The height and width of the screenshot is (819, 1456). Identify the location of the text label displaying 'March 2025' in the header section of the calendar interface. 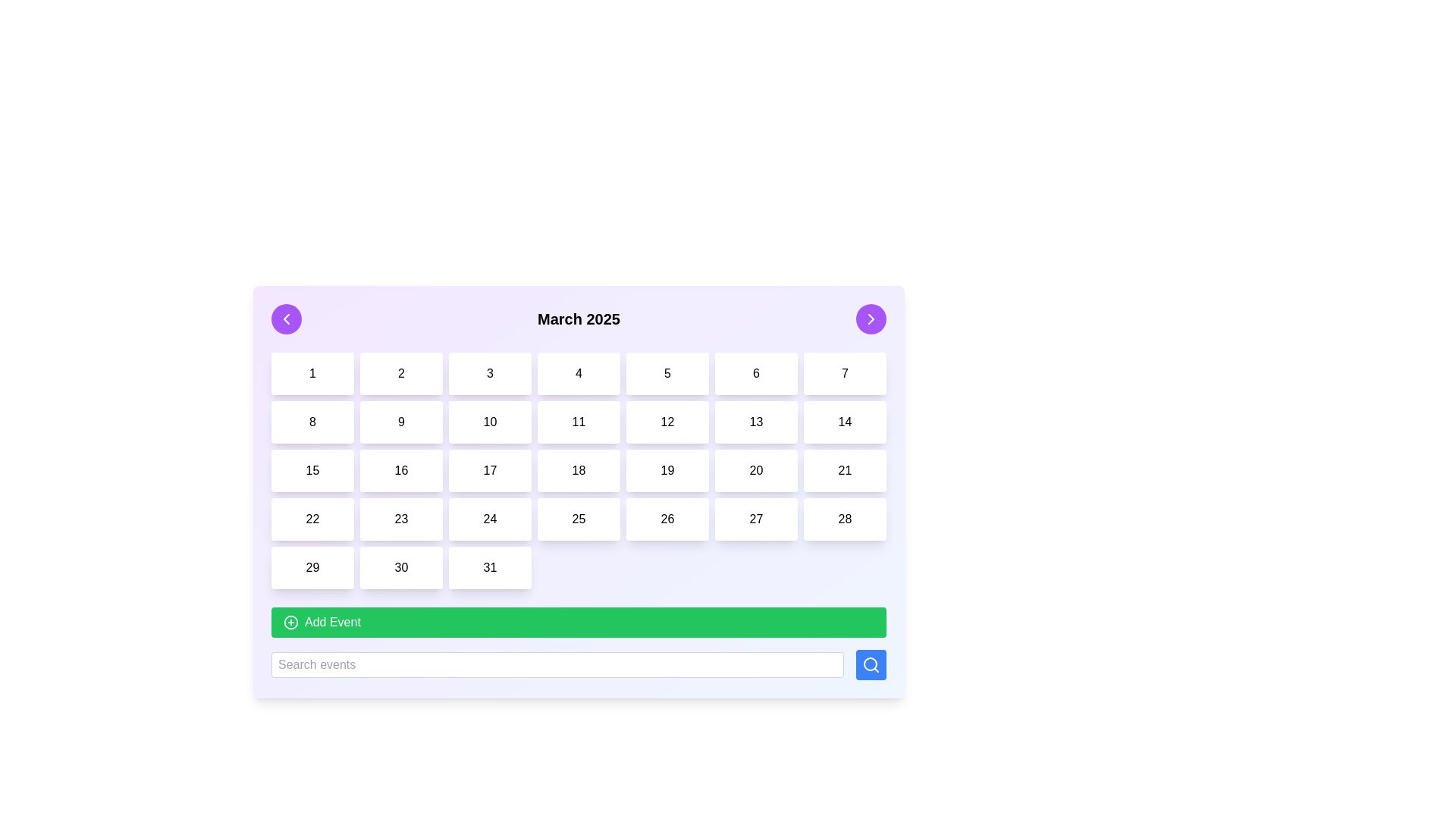
(578, 318).